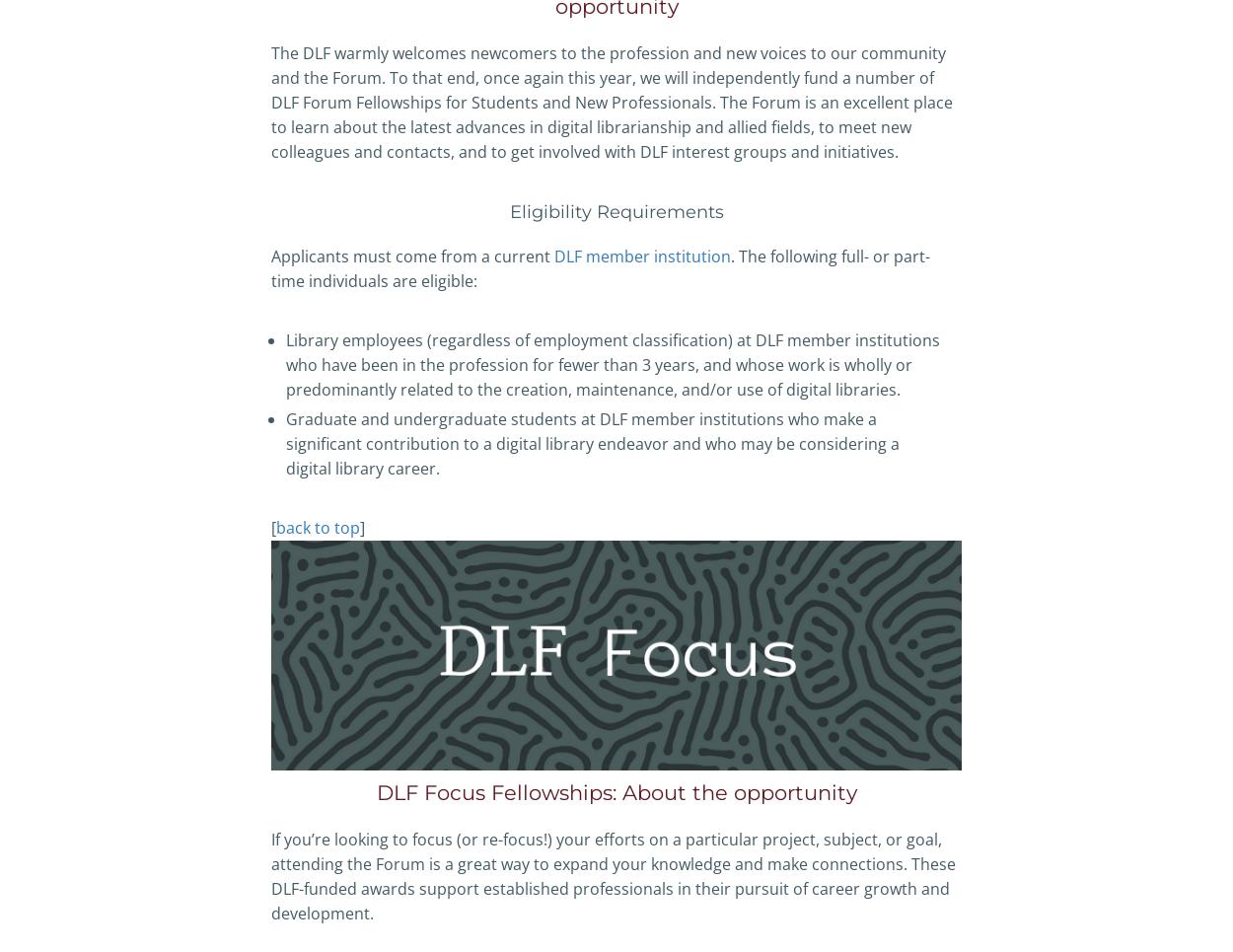  What do you see at coordinates (317, 526) in the screenshot?
I see `'back to top'` at bounding box center [317, 526].